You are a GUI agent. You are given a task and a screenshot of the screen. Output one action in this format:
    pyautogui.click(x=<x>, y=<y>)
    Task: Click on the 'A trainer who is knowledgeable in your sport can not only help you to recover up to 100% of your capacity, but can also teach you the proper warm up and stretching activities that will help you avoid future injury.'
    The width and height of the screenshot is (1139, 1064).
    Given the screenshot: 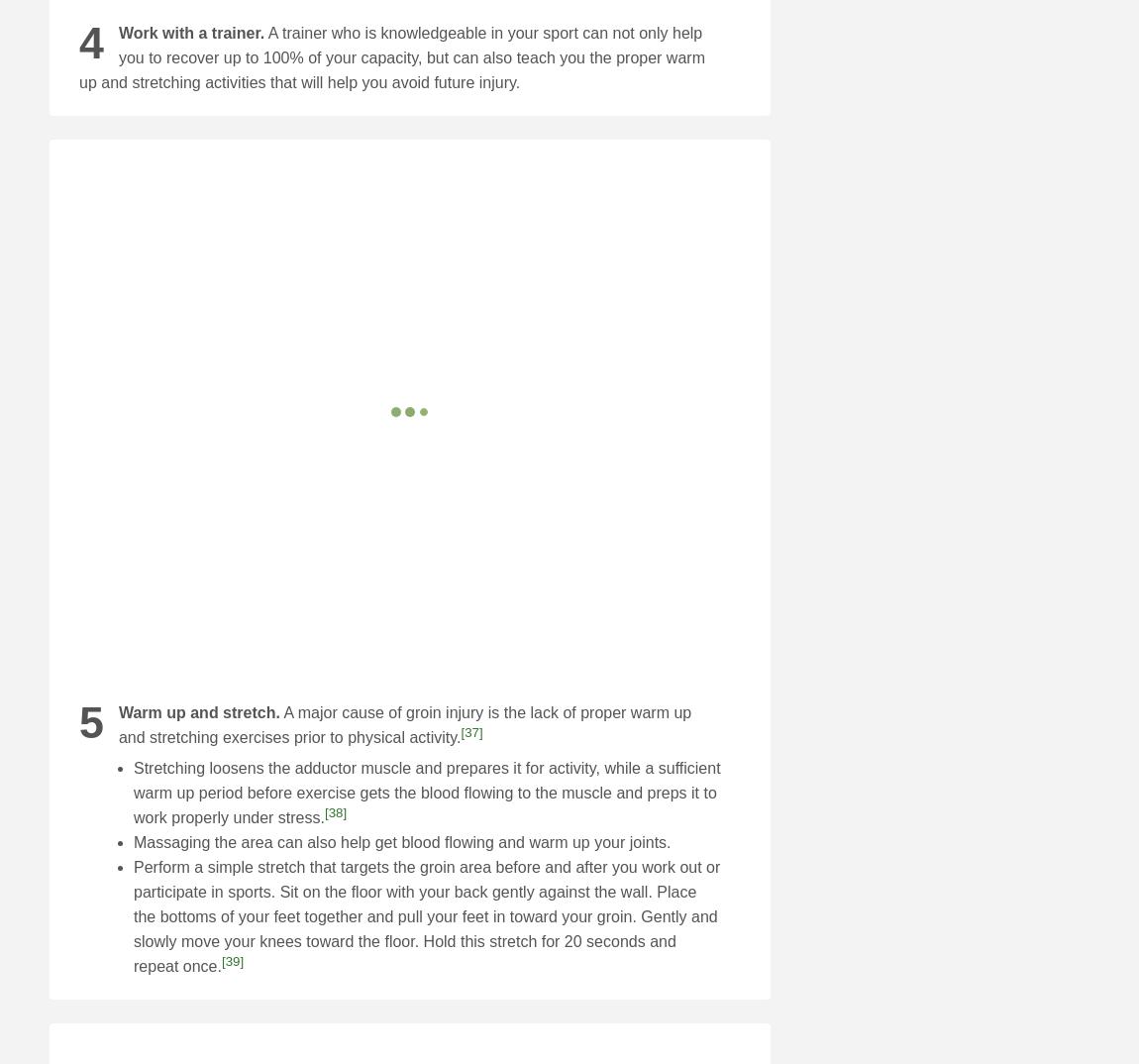 What is the action you would take?
    pyautogui.click(x=391, y=57)
    